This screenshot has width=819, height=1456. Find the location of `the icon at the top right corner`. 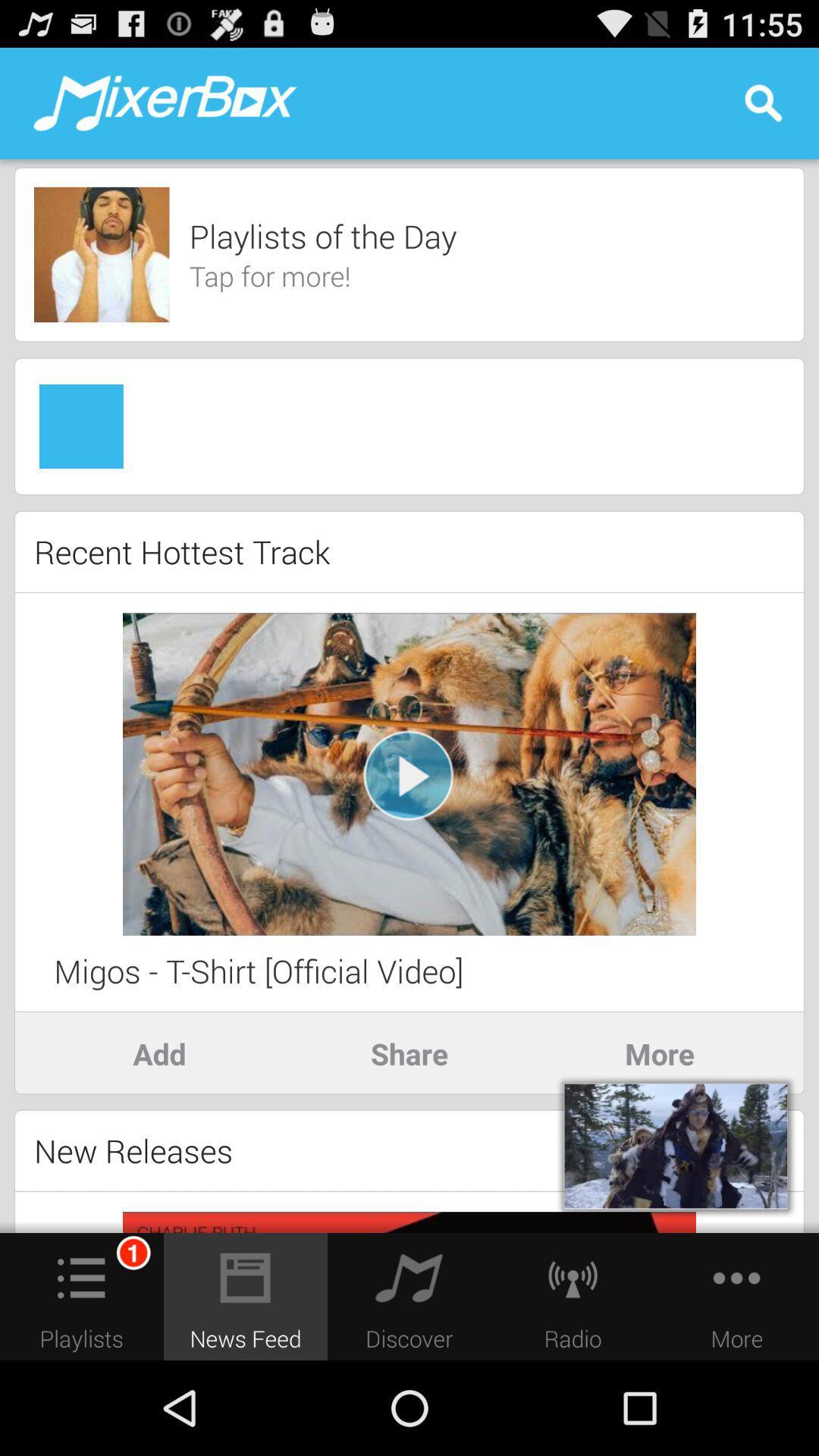

the icon at the top right corner is located at coordinates (763, 102).